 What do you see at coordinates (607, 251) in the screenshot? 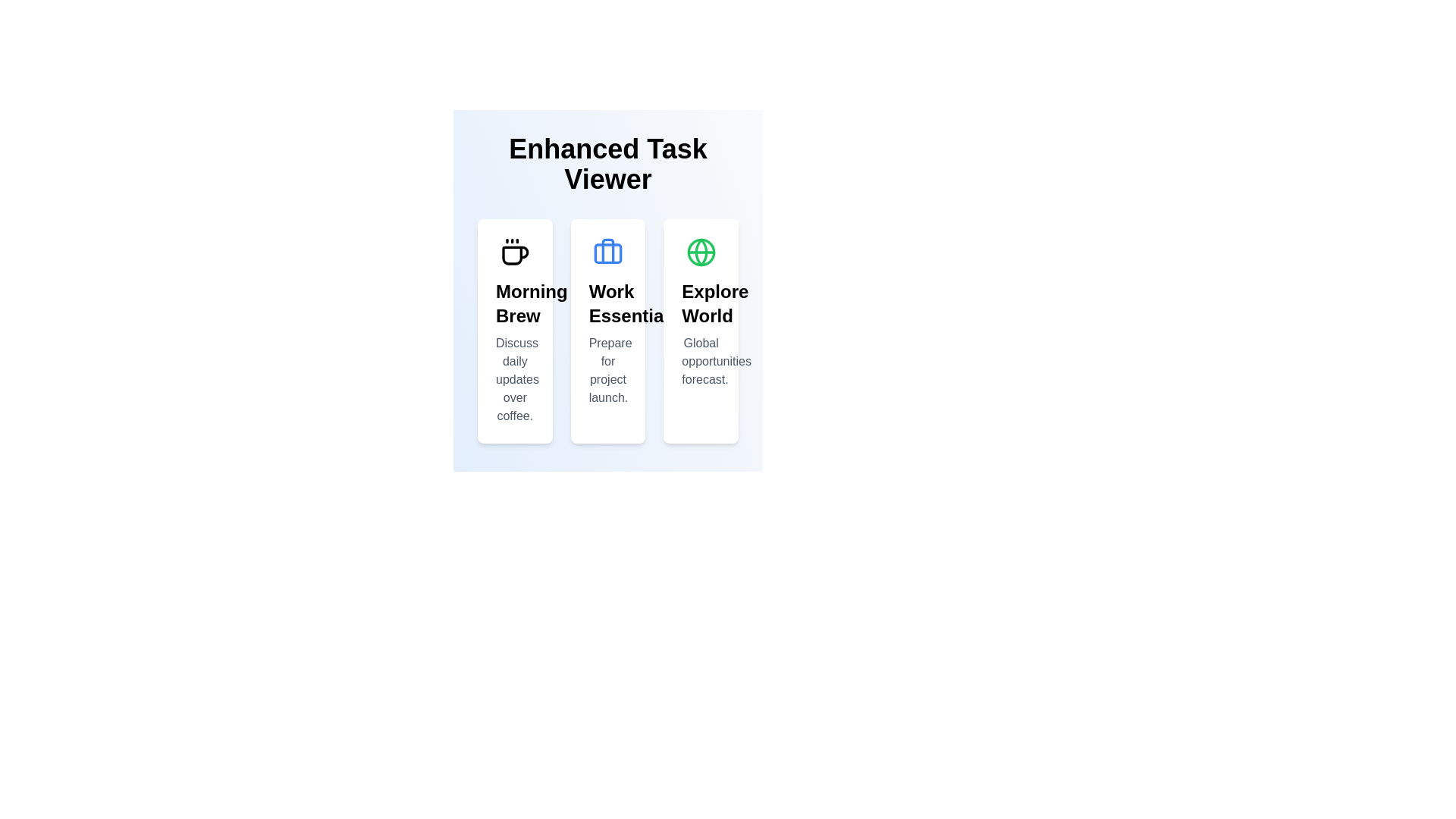
I see `the 'Work Essentials' icon located at the center of the card above the title 'Work Essentials' and the subtitle 'Prepare for project launch' for possible associated actions` at bounding box center [607, 251].